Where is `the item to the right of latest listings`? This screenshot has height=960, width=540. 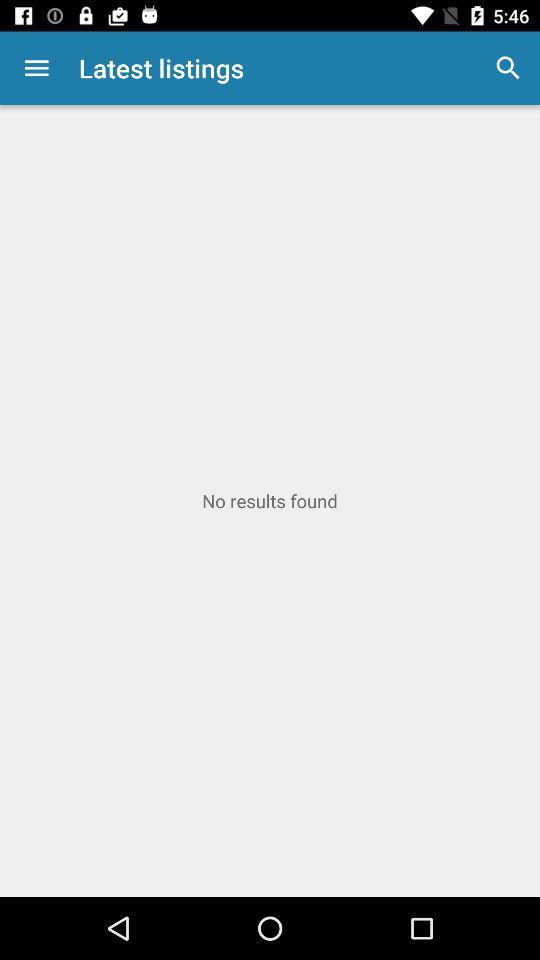
the item to the right of latest listings is located at coordinates (508, 68).